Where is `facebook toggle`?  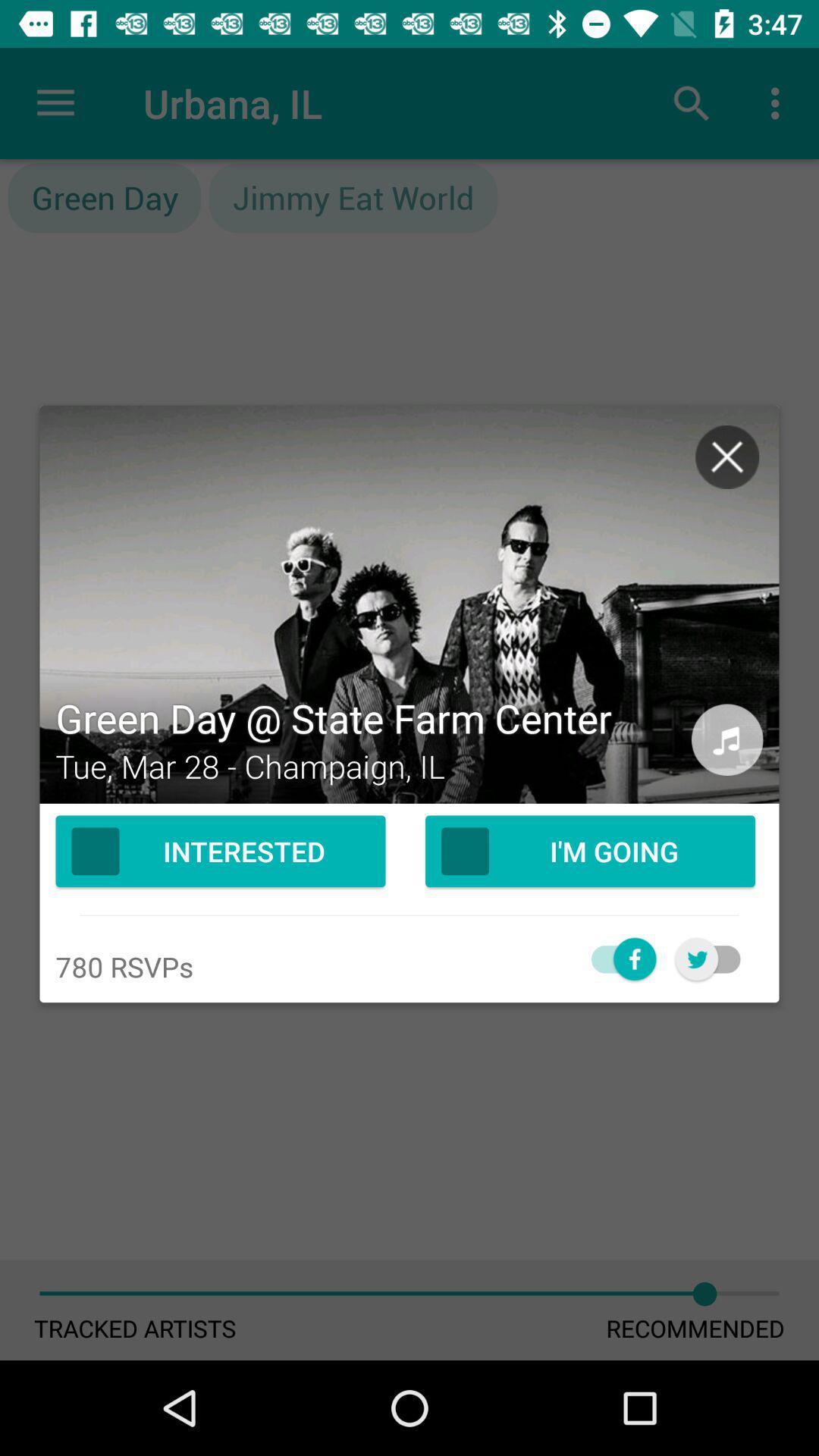
facebook toggle is located at coordinates (615, 958).